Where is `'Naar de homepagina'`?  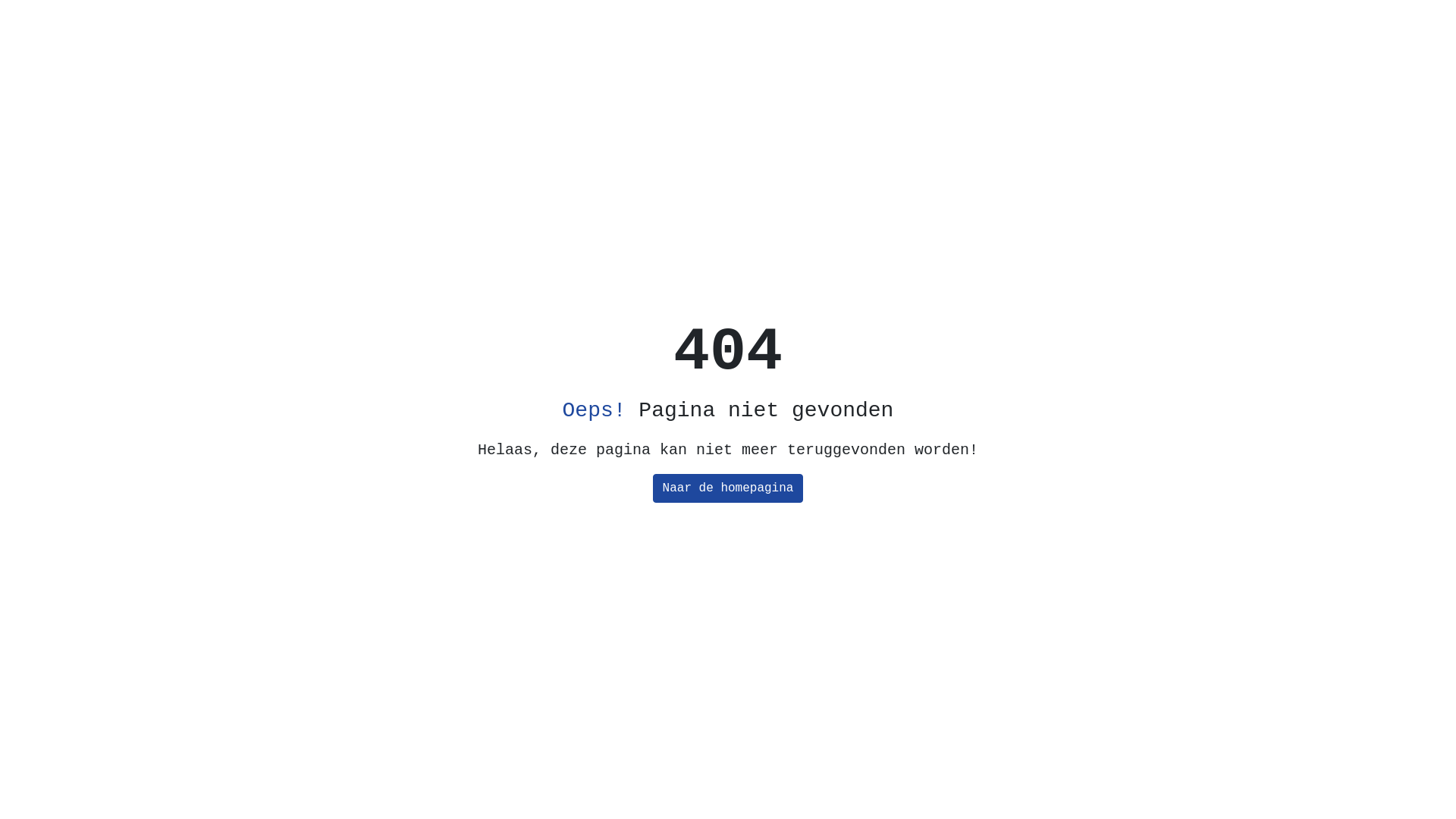
'Naar de homepagina' is located at coordinates (652, 488).